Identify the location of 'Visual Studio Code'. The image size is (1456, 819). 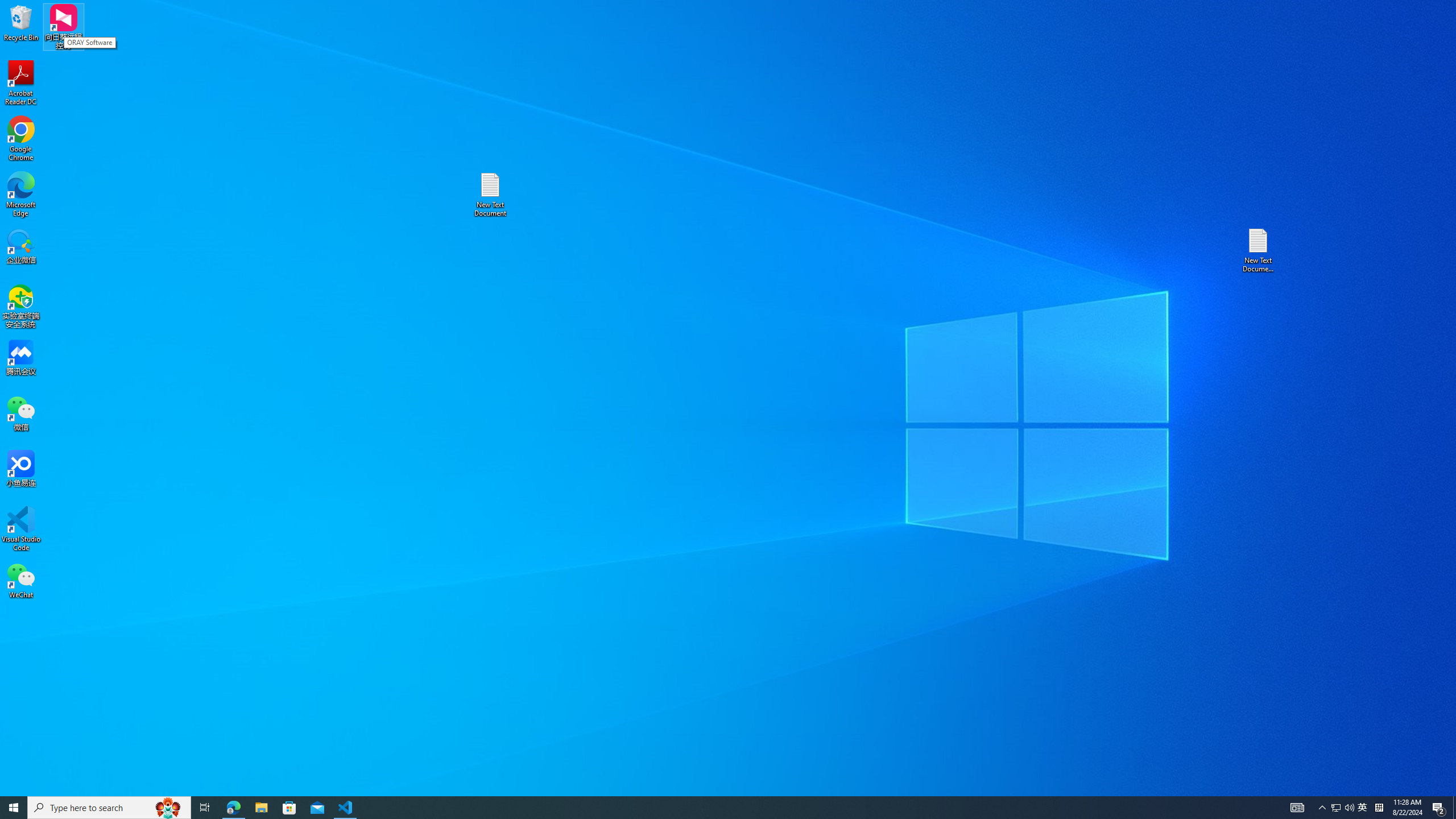
(20, 528).